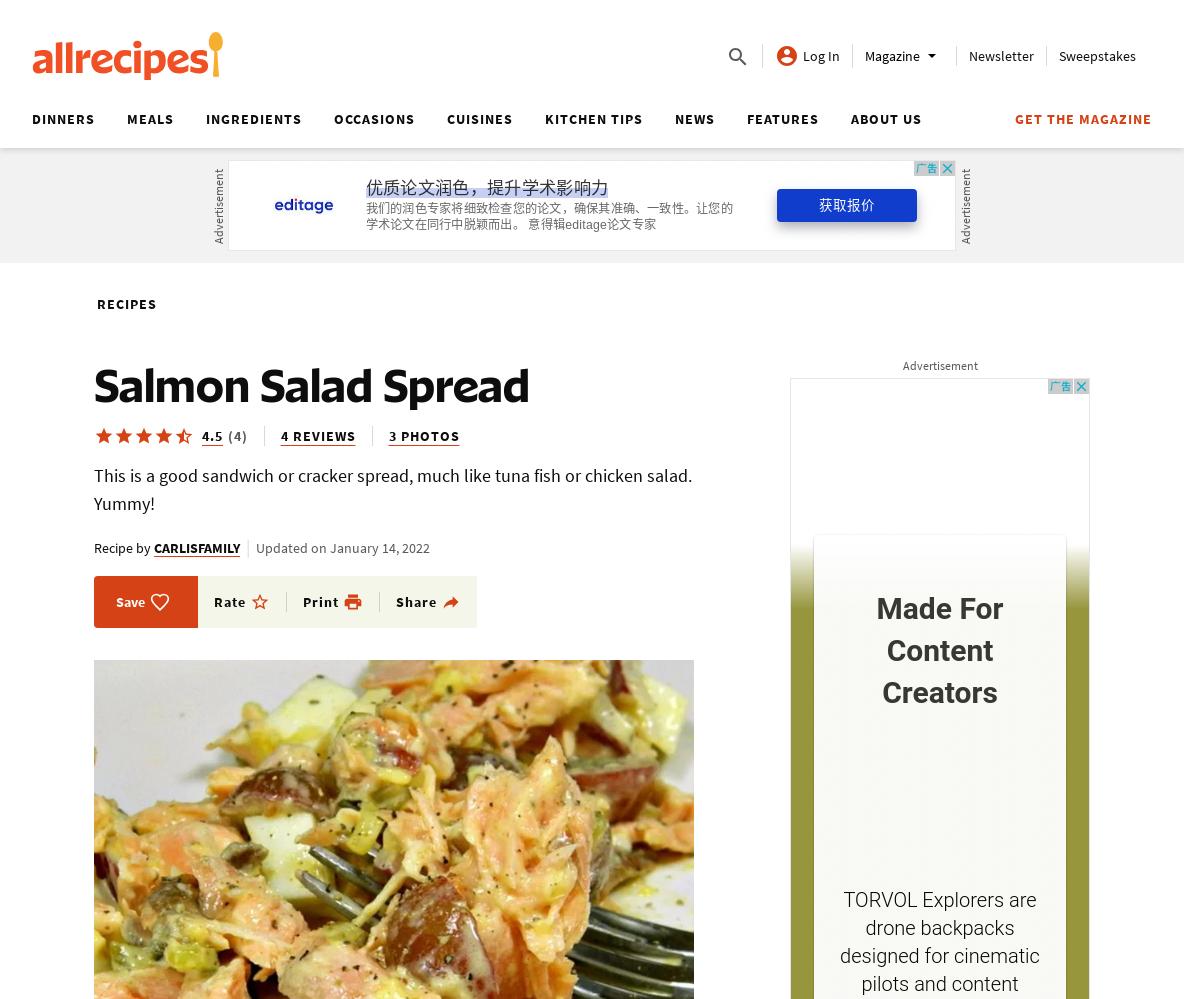  What do you see at coordinates (695, 118) in the screenshot?
I see `'News'` at bounding box center [695, 118].